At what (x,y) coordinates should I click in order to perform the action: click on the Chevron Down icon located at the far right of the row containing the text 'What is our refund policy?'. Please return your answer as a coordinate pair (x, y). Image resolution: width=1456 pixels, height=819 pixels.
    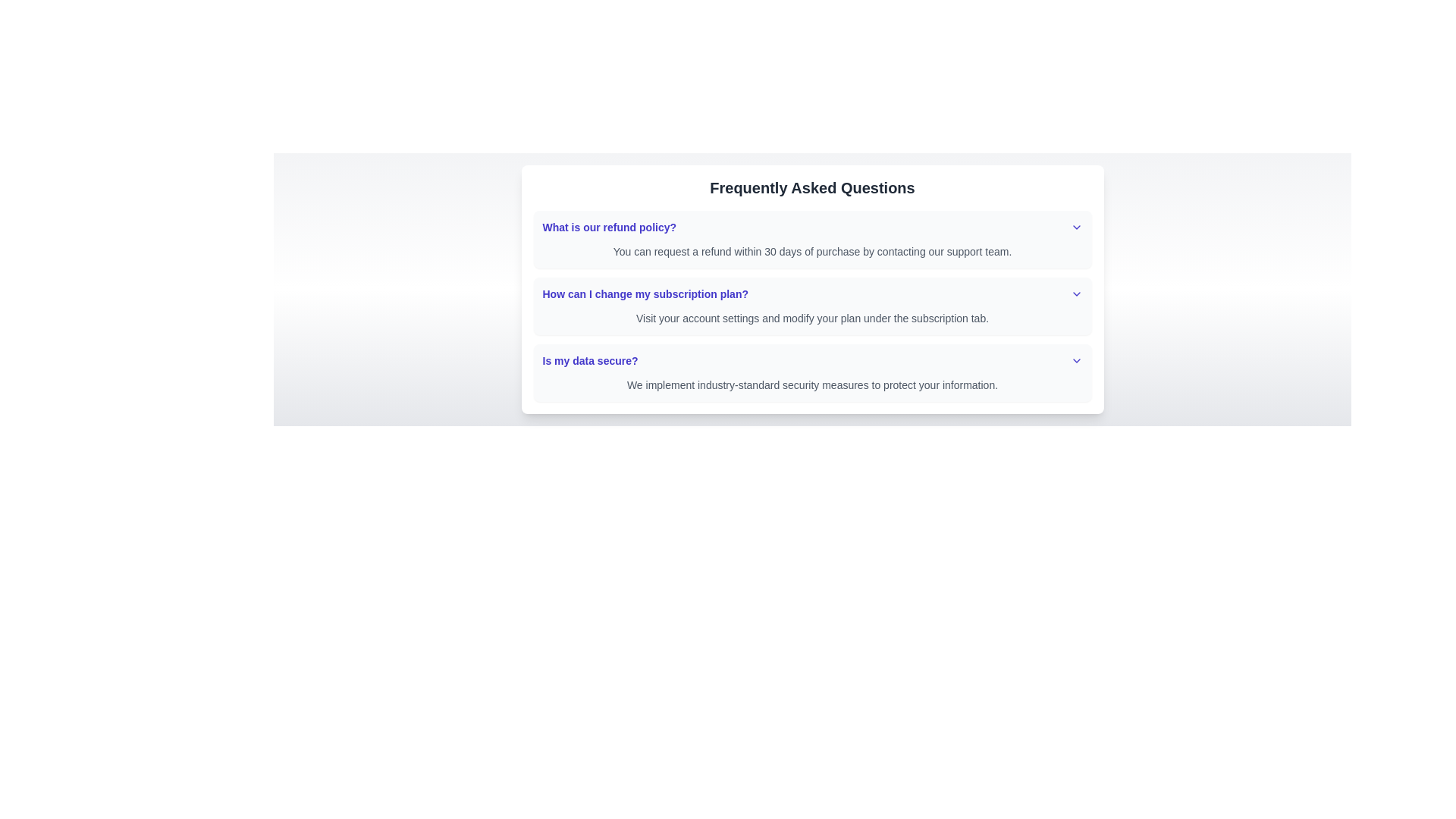
    Looking at the image, I should click on (1075, 227).